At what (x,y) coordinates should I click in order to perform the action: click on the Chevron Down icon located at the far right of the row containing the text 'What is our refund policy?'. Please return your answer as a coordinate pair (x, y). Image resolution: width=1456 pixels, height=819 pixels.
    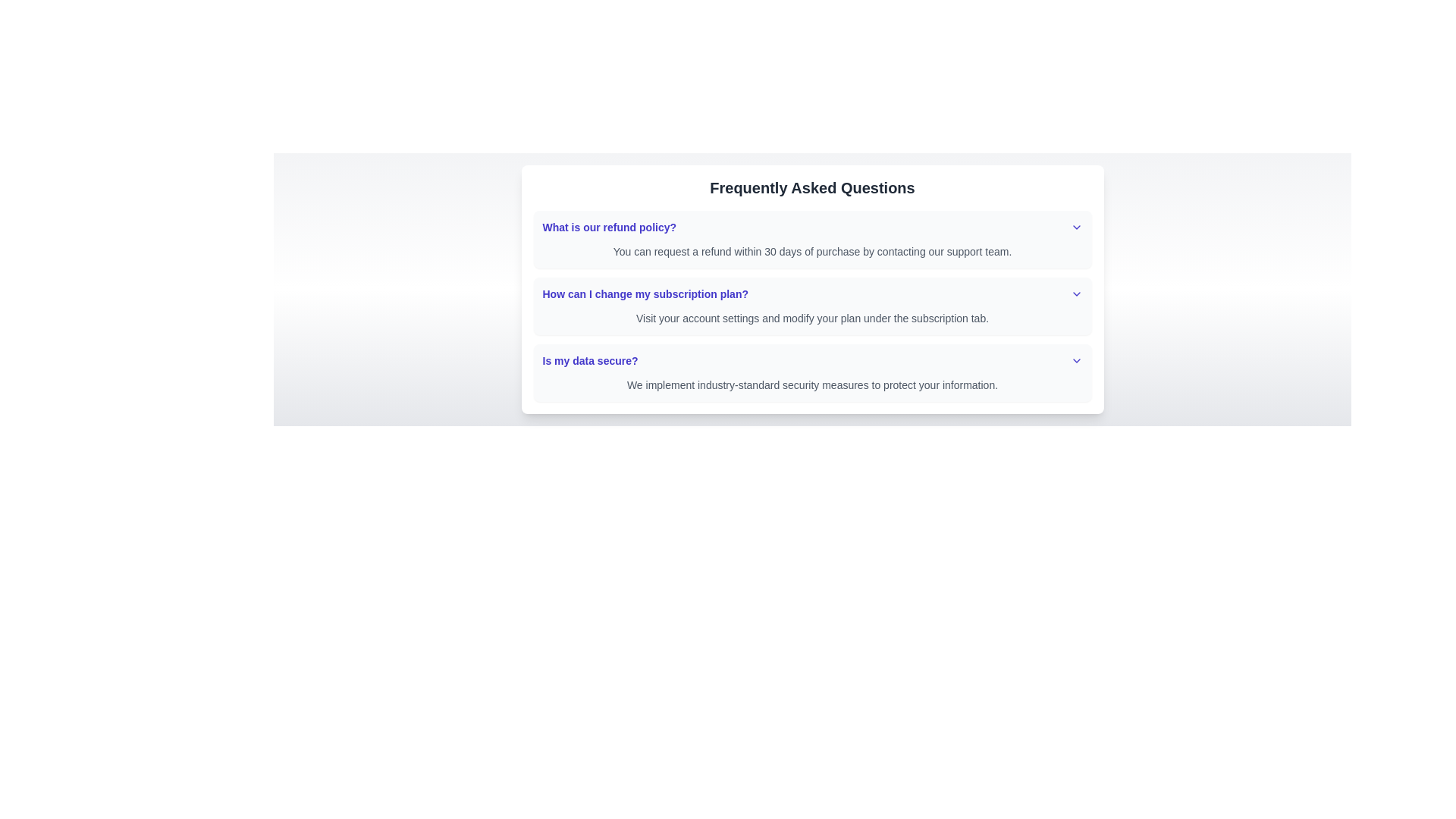
    Looking at the image, I should click on (1075, 227).